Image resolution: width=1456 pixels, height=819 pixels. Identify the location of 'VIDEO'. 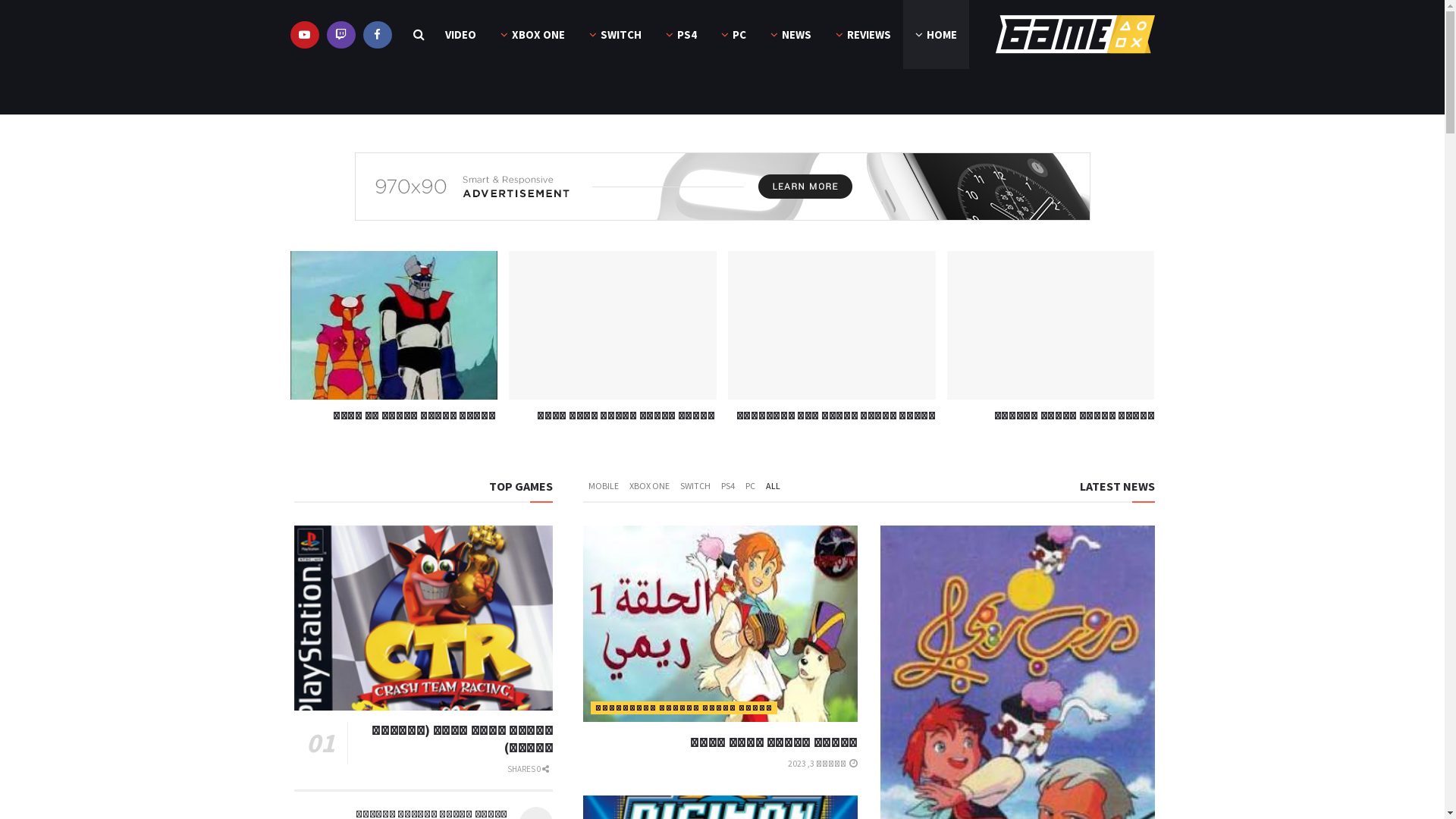
(431, 34).